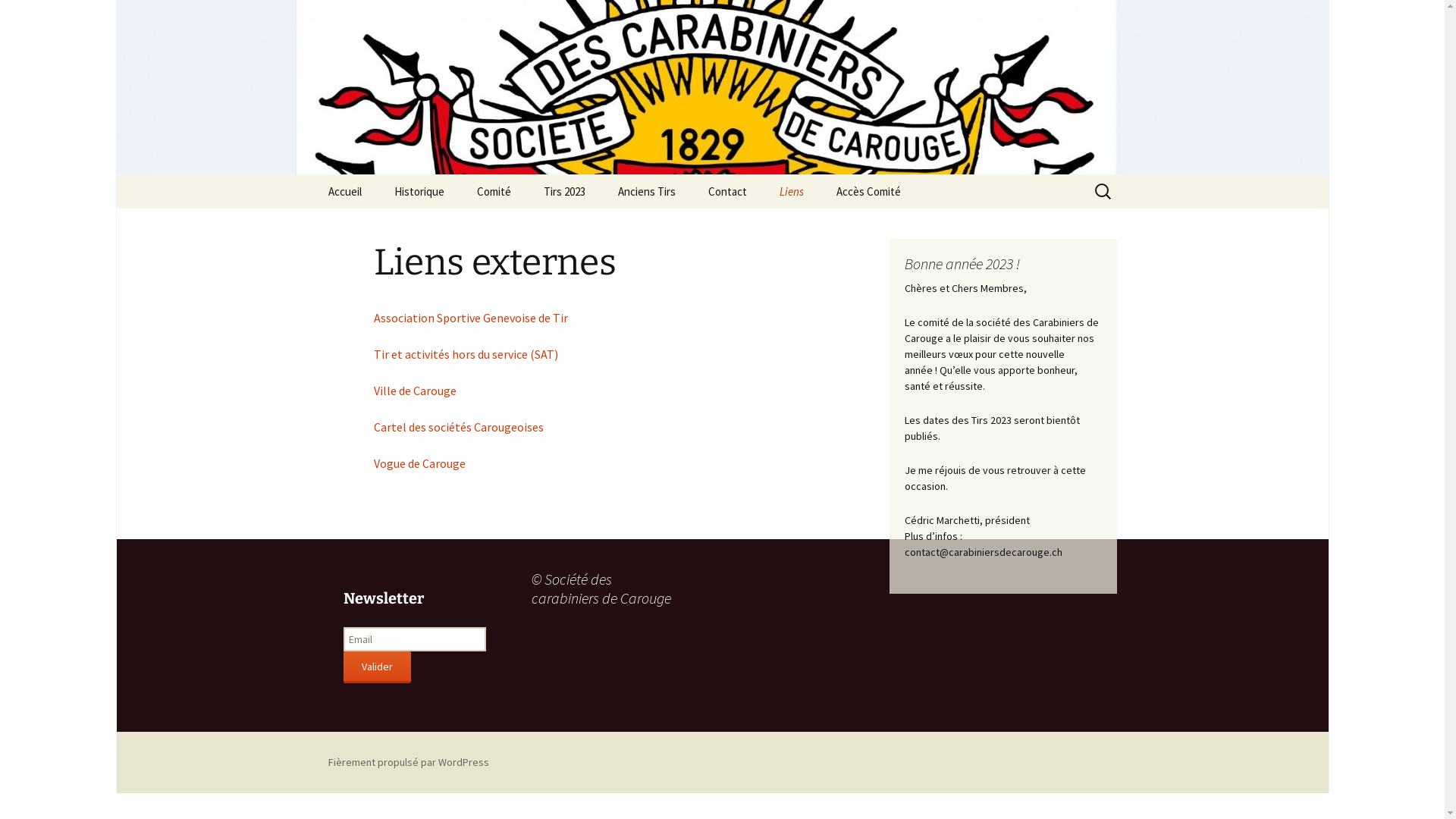 The image size is (1456, 819). I want to click on 'Tirs 2023', so click(528, 190).